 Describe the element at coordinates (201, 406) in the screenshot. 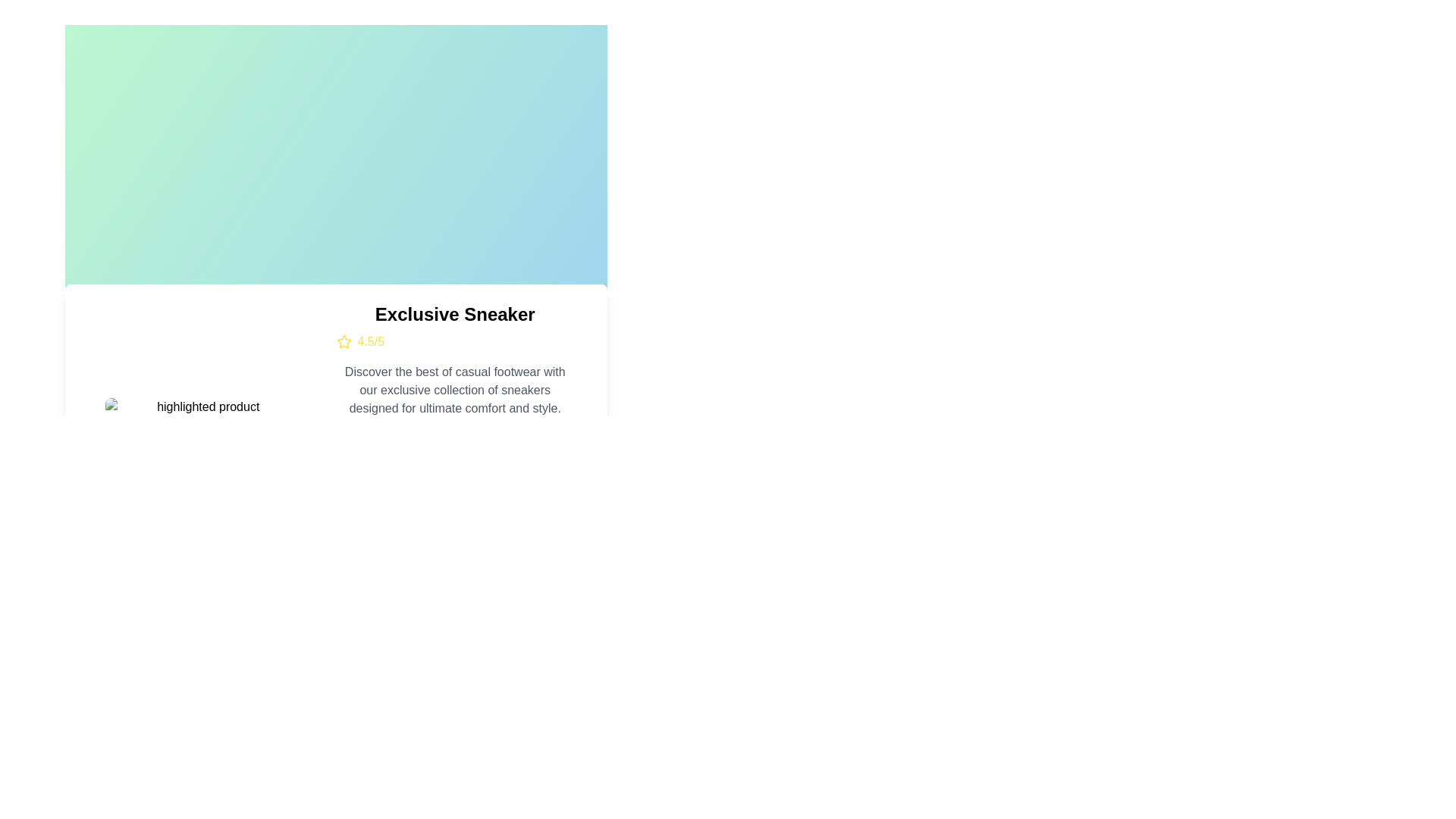

I see `the image element with the alt attribute 'highlighted product'` at that location.